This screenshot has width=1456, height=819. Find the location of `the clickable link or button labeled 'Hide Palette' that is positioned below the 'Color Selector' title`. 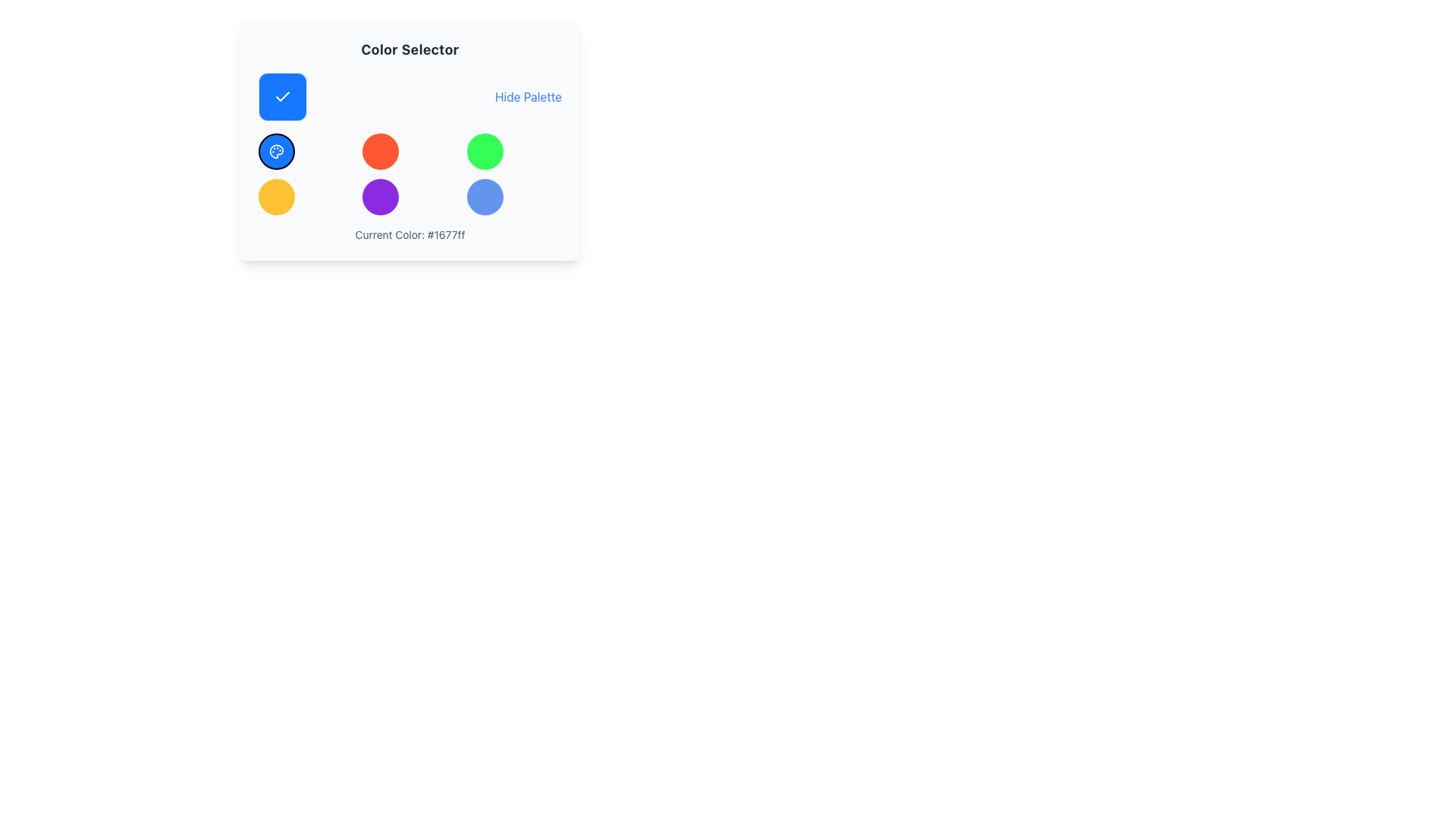

the clickable link or button labeled 'Hide Palette' that is positioned below the 'Color Selector' title is located at coordinates (410, 96).